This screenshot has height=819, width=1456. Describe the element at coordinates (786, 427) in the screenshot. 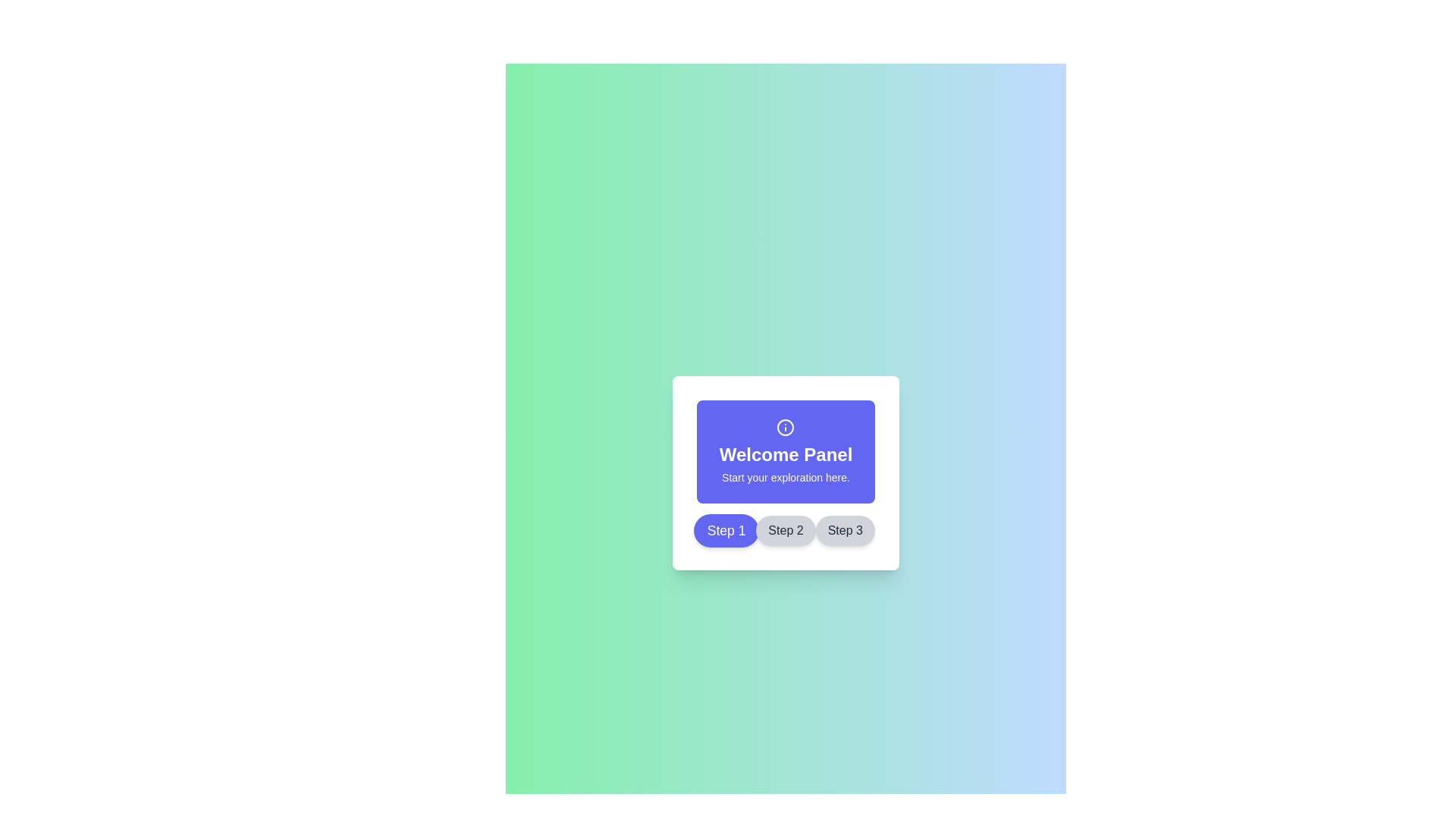

I see `the circular 'info' icon located at the top of the 'Welcome Panel' card, which features a vertical line and a dot above it, on a blue background` at that location.